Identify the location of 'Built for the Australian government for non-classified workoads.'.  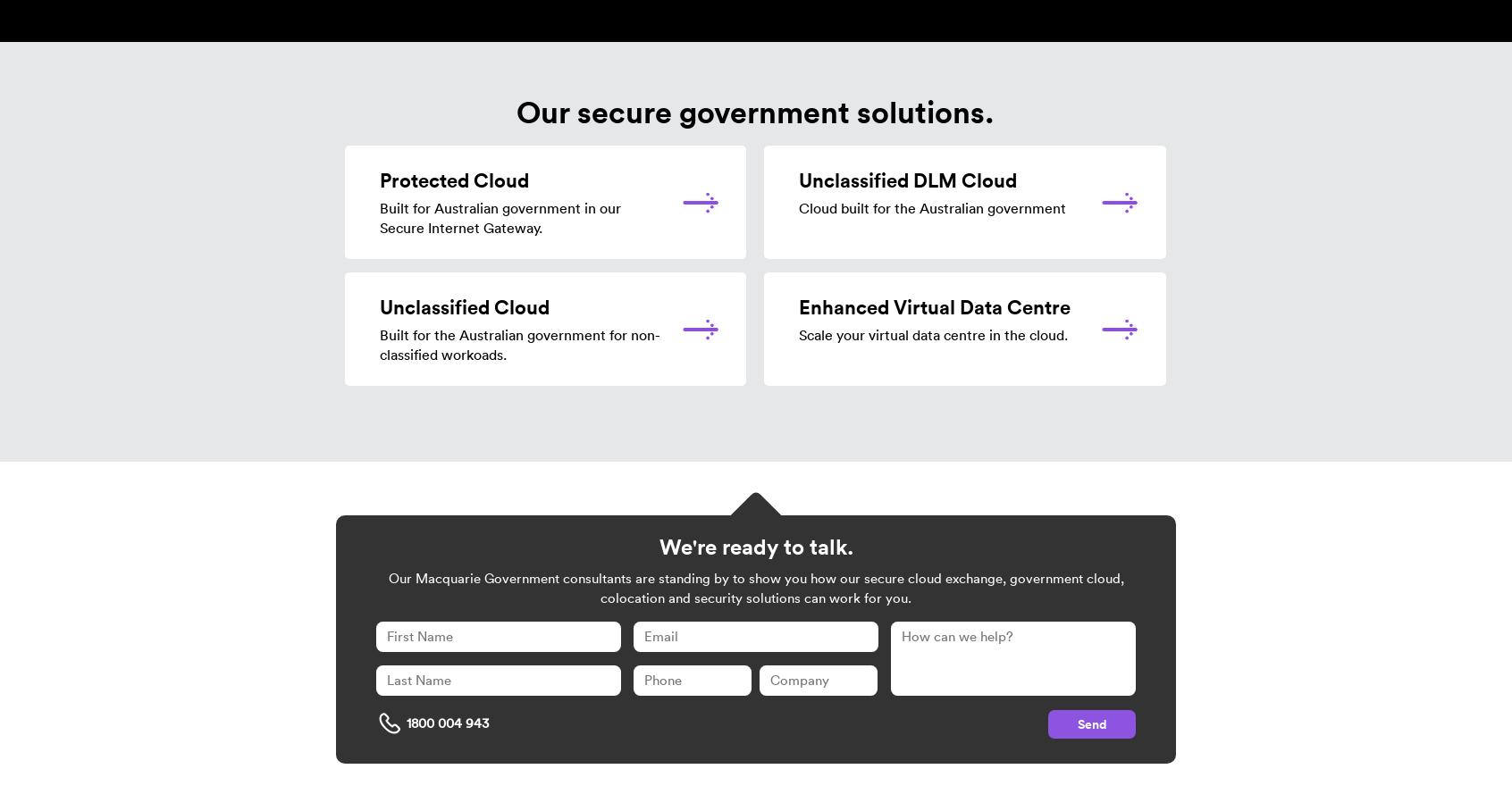
(519, 345).